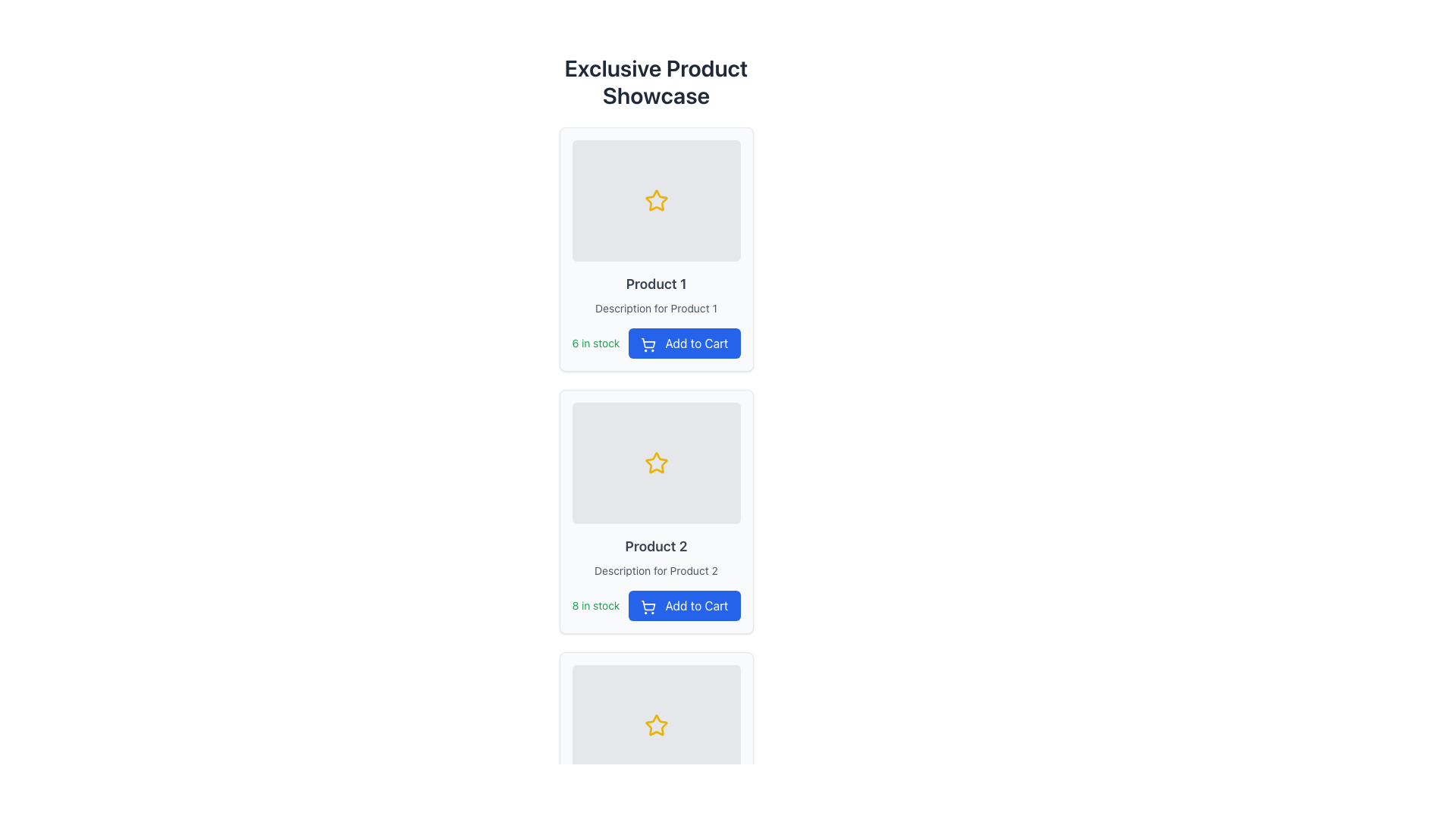 Image resolution: width=1456 pixels, height=819 pixels. Describe the element at coordinates (648, 606) in the screenshot. I see `the shopping cart icon, which is part of the 'Add to Cart' button for 'Product 2', to potentially see a tooltip` at that location.